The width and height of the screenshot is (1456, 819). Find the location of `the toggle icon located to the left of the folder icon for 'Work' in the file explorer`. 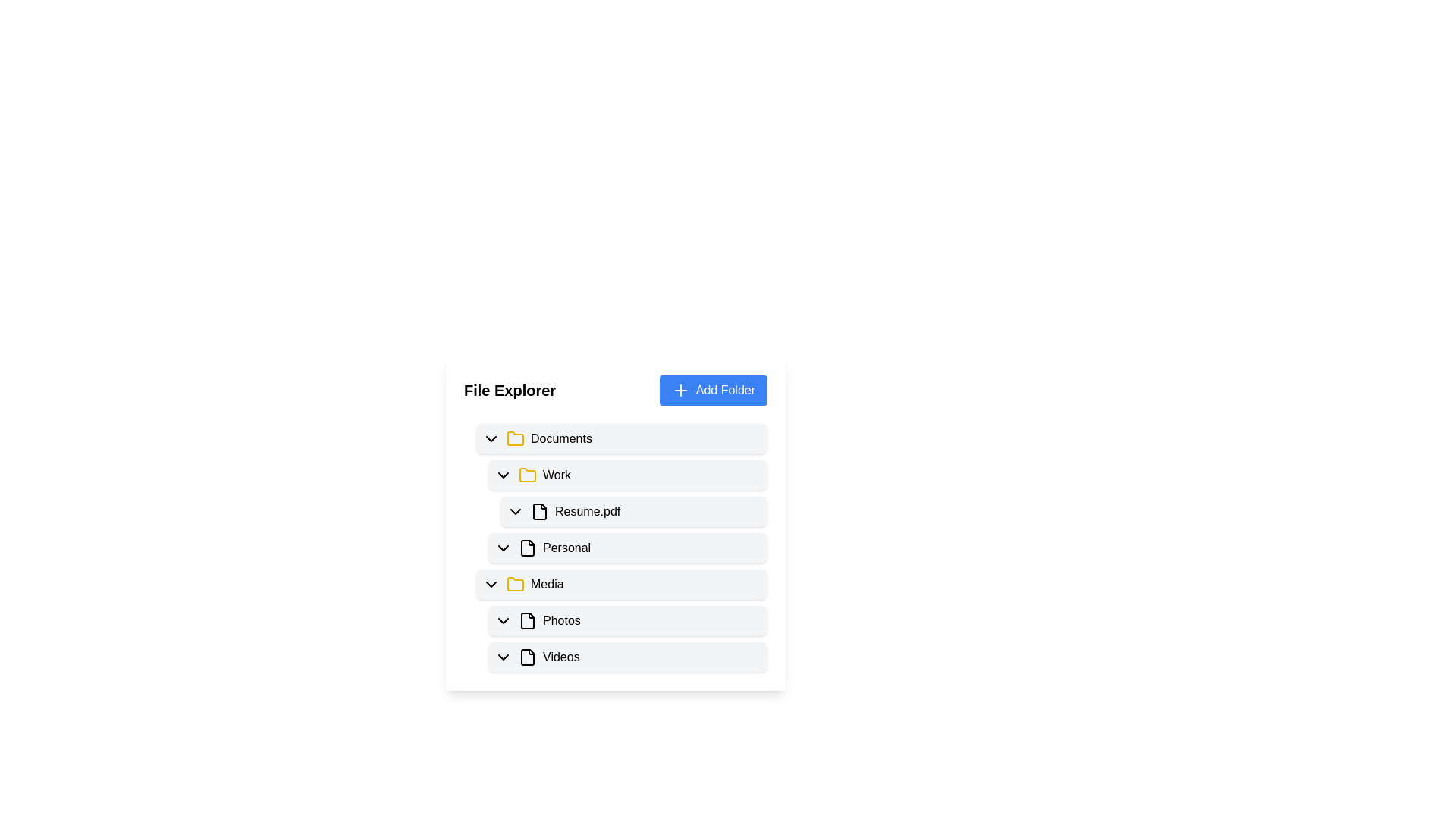

the toggle icon located to the left of the folder icon for 'Work' in the file explorer is located at coordinates (503, 475).